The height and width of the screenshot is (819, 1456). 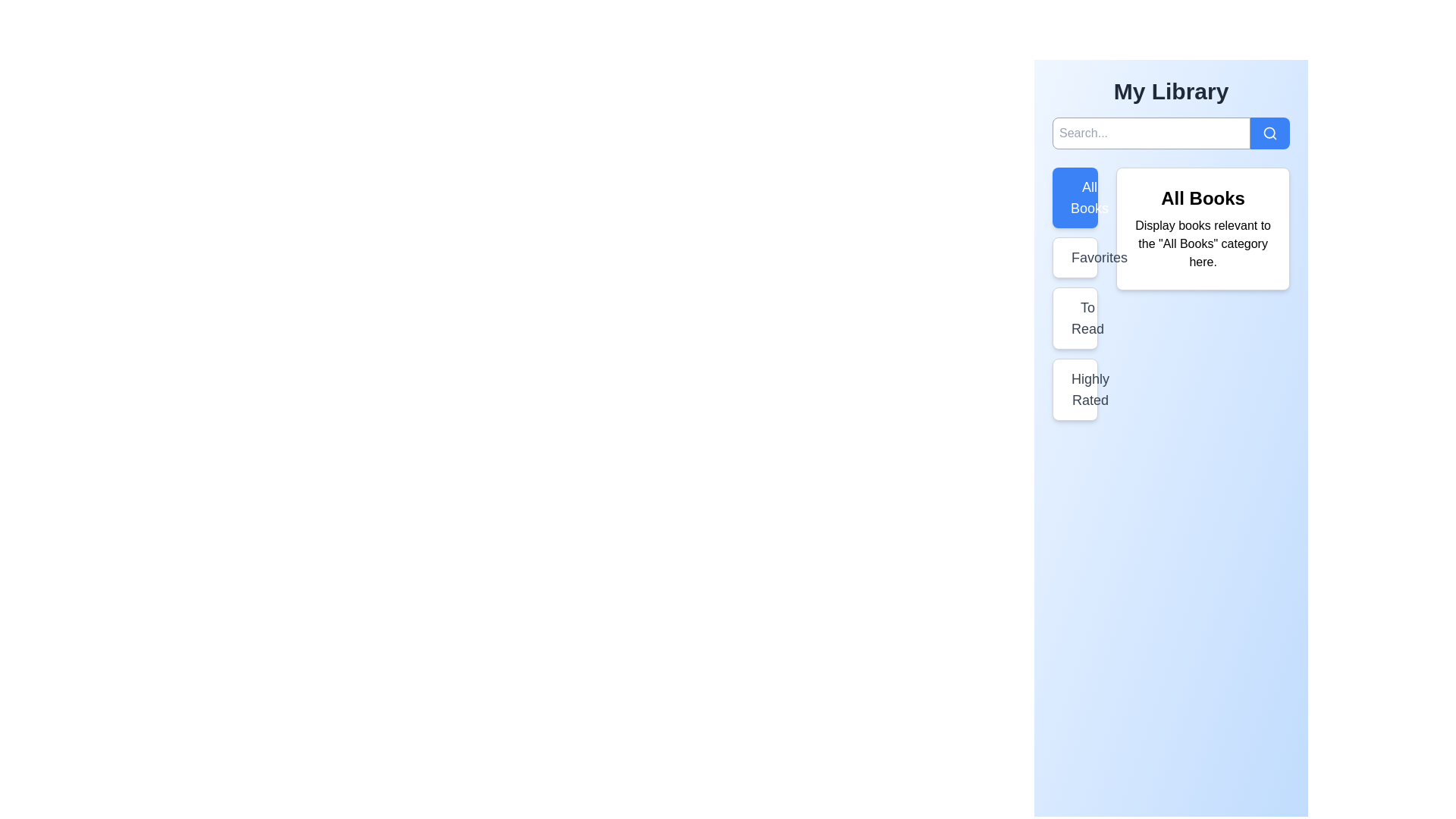 I want to click on the 'To Read' button, which is the third button, so click(x=1075, y=294).